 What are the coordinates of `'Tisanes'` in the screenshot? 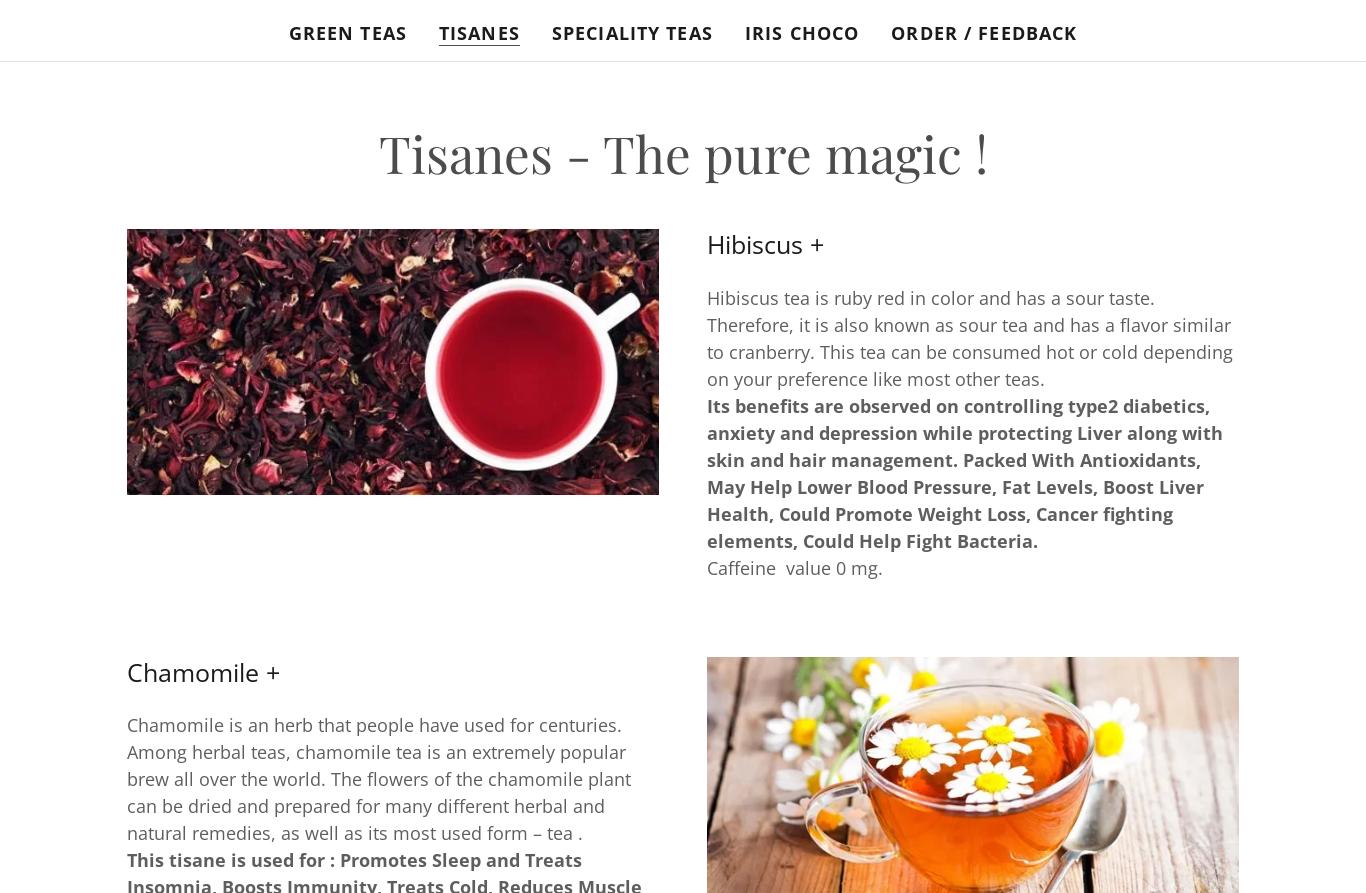 It's located at (478, 33).